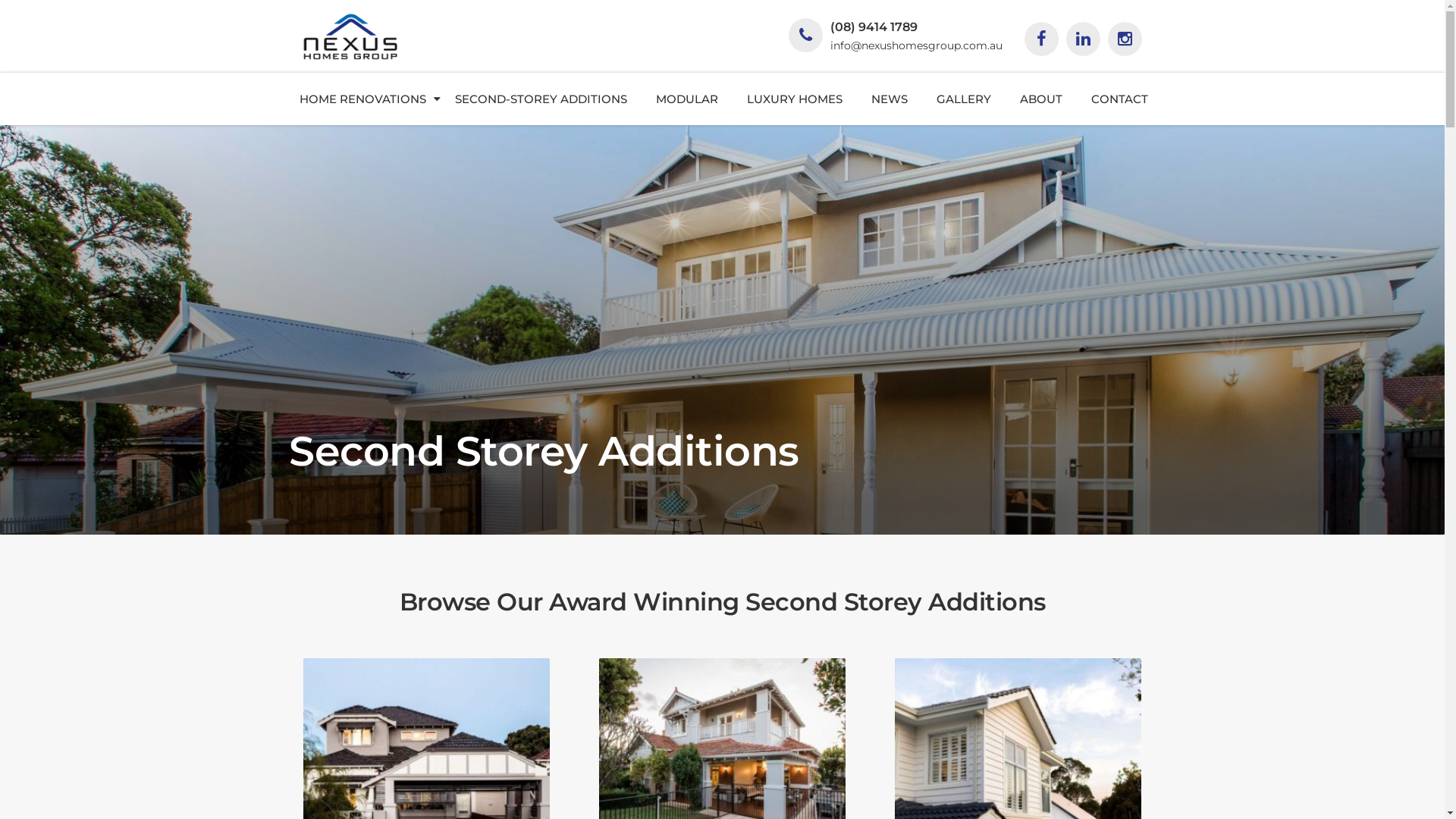  Describe the element at coordinates (873, 27) in the screenshot. I see `'(08) 9414 1789'` at that location.